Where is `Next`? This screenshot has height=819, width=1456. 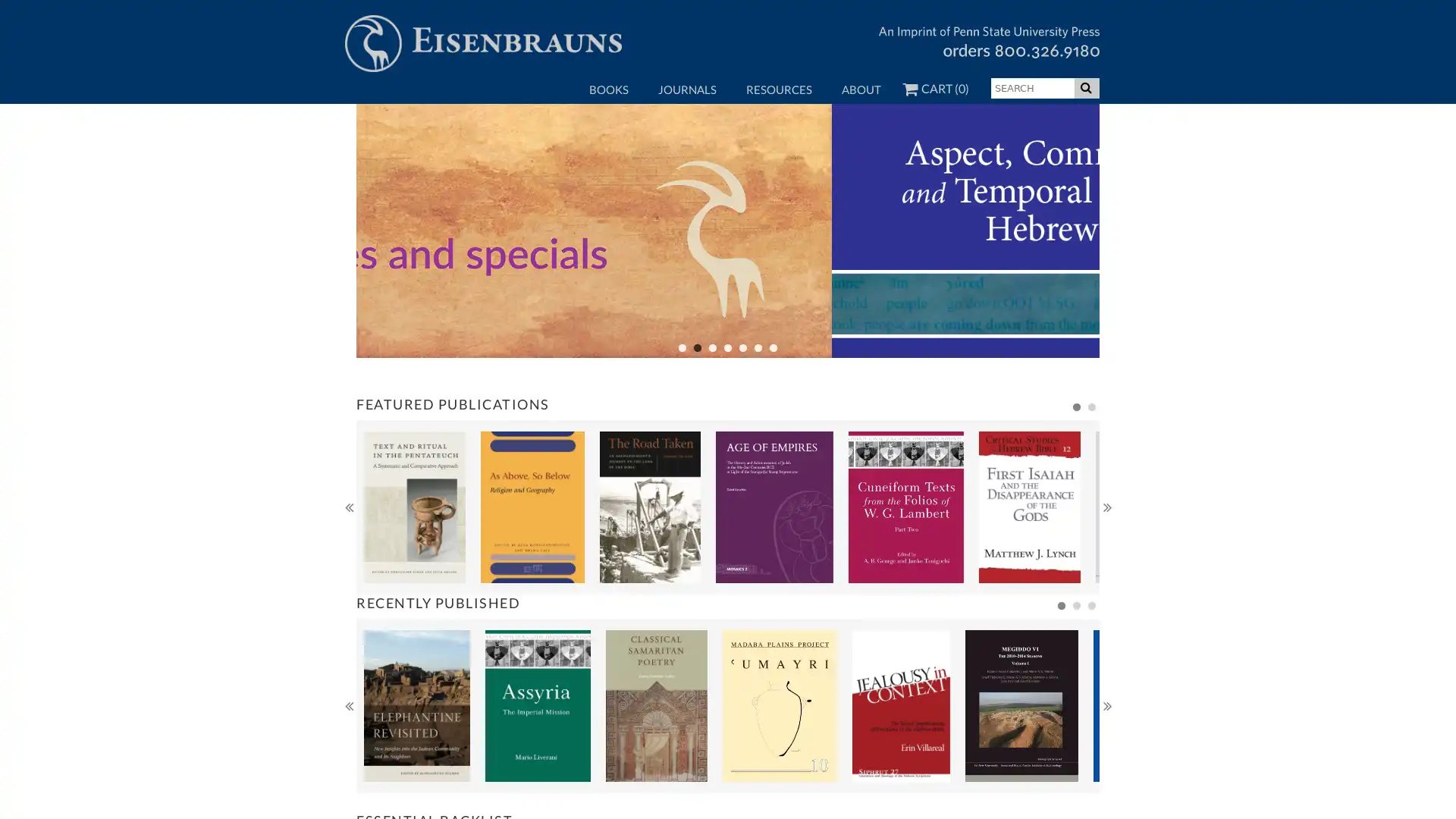
Next is located at coordinates (1106, 763).